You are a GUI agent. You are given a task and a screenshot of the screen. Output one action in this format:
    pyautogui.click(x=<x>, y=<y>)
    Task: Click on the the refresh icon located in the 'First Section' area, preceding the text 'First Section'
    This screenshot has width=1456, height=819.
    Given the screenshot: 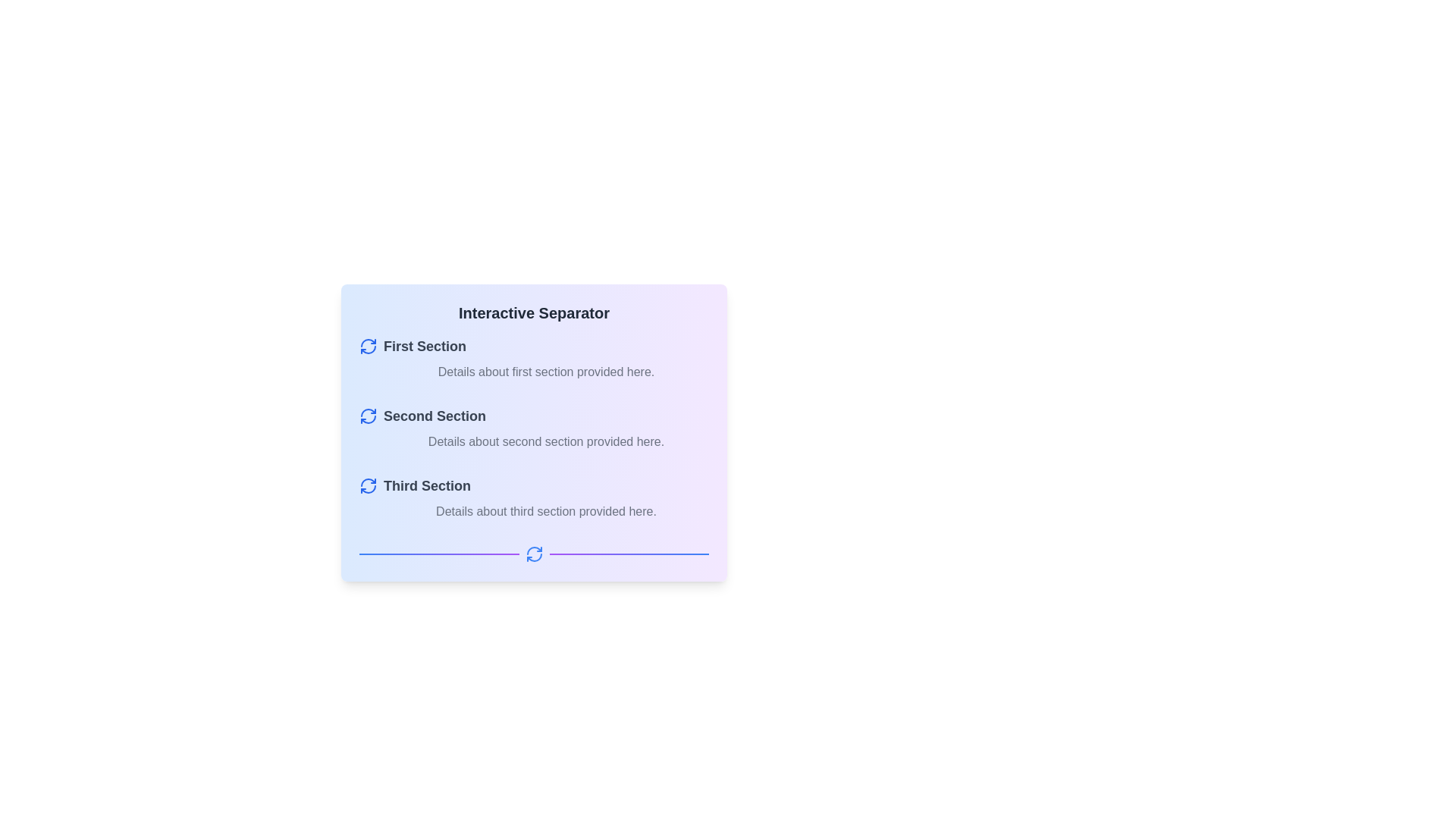 What is the action you would take?
    pyautogui.click(x=368, y=346)
    